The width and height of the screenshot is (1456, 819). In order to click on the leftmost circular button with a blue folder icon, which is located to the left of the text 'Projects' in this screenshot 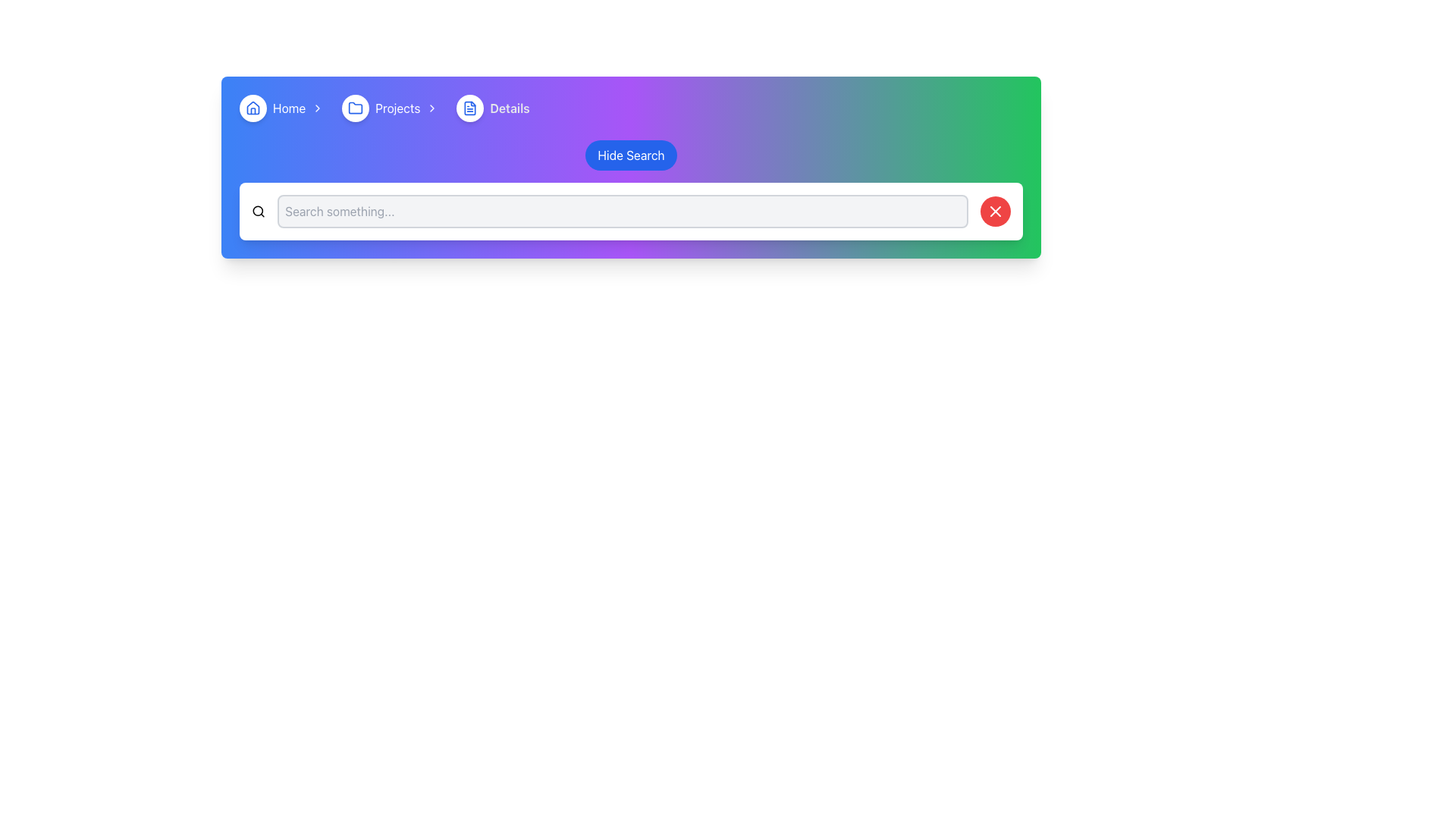, I will do `click(355, 107)`.